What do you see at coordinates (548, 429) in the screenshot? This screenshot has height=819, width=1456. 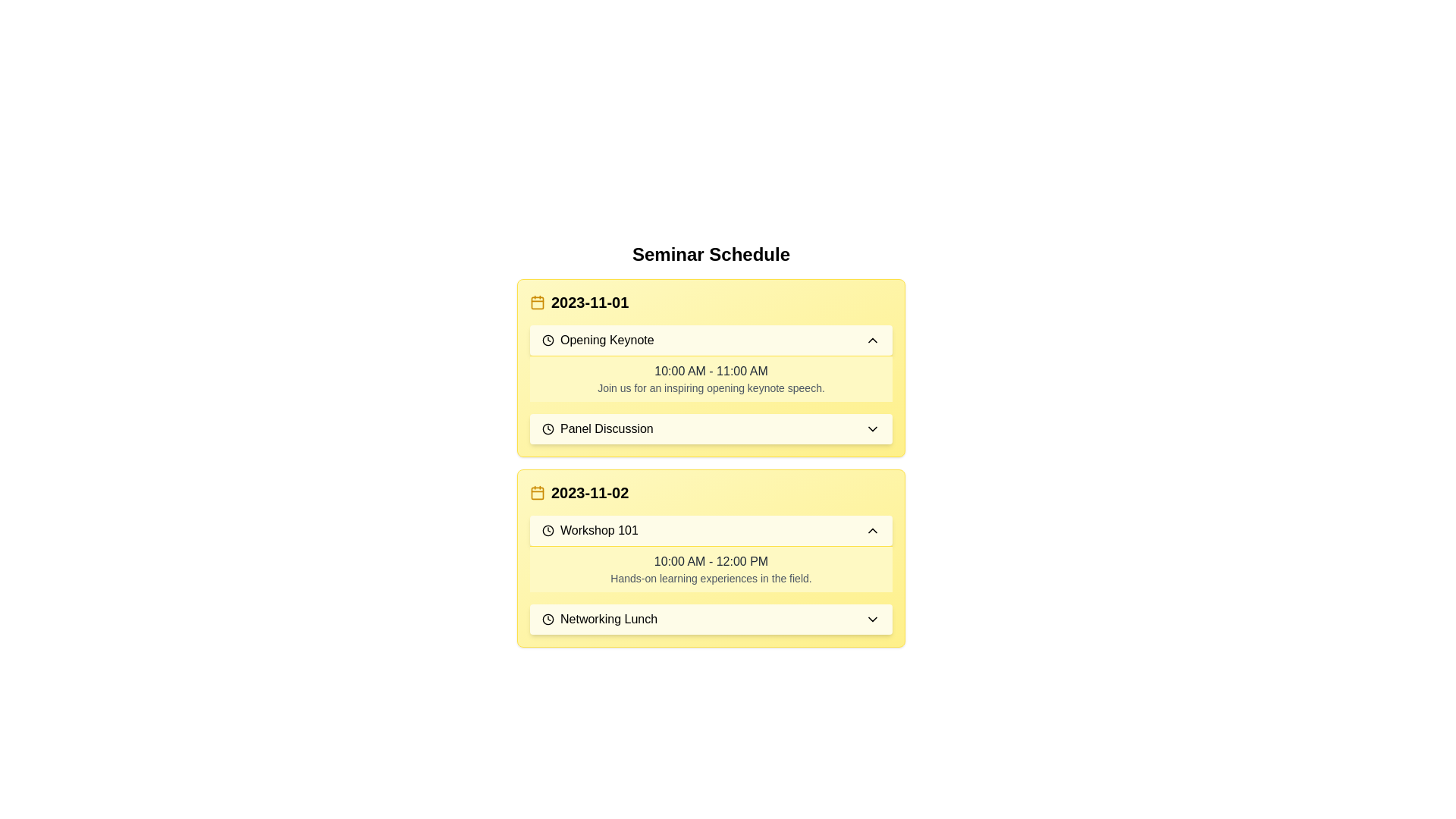 I see `the icon that visually indicates the scheduled time slot for the 'Panel Discussion' event, located to the left of the text 'Panel Discussion'` at bounding box center [548, 429].